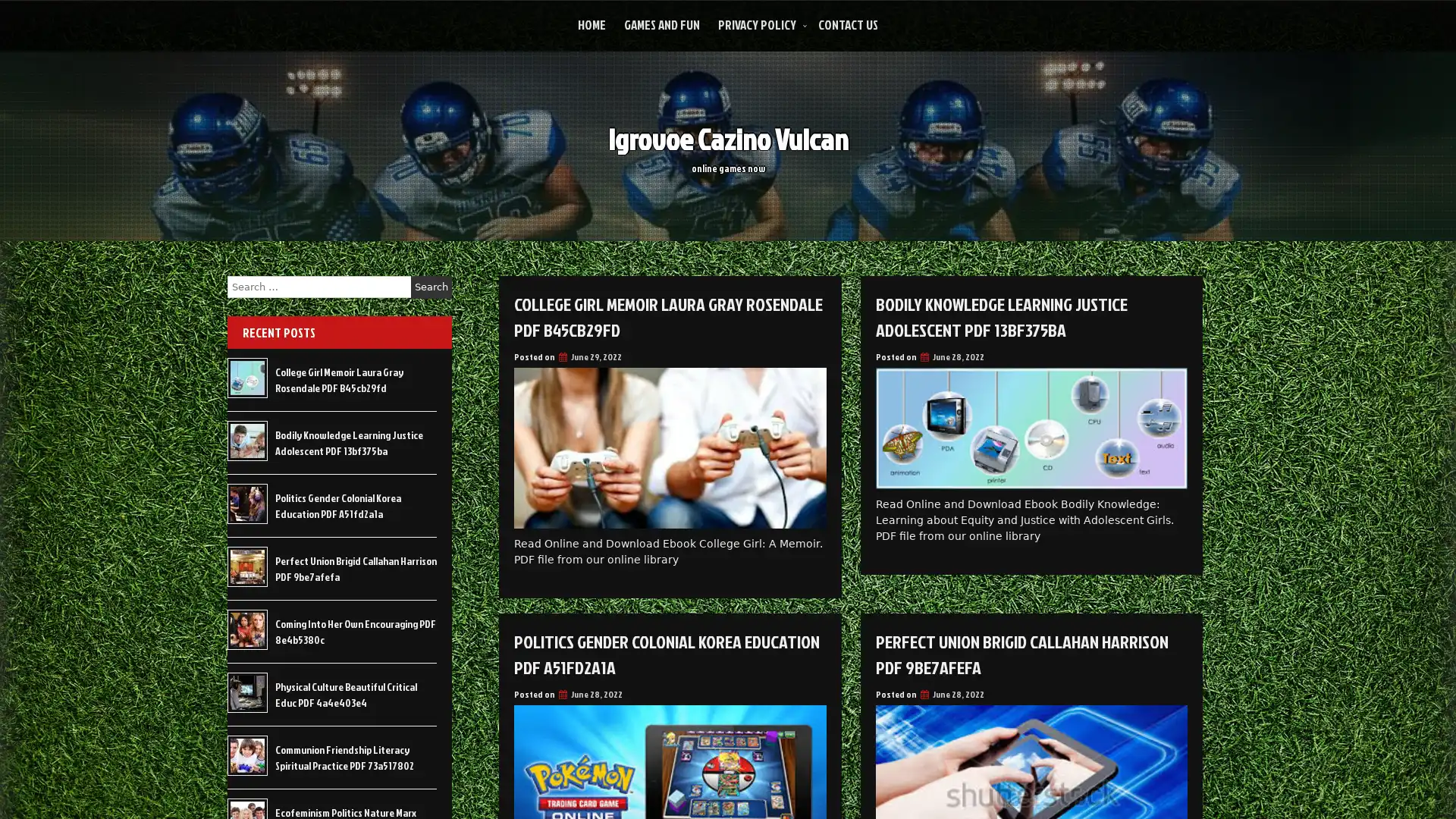  Describe the element at coordinates (431, 287) in the screenshot. I see `Search` at that location.